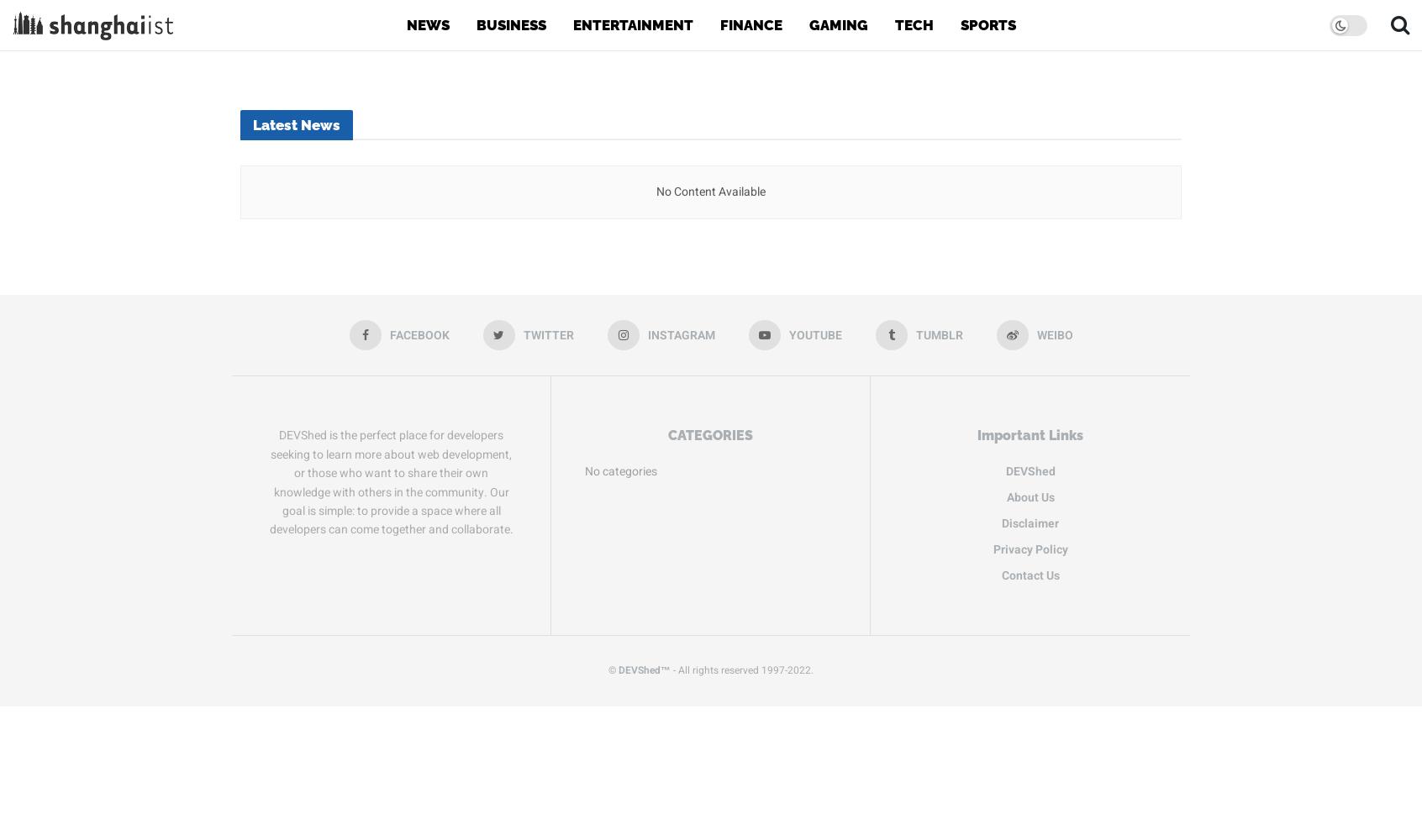 This screenshot has height=840, width=1422. Describe the element at coordinates (620, 470) in the screenshot. I see `'No categories'` at that location.